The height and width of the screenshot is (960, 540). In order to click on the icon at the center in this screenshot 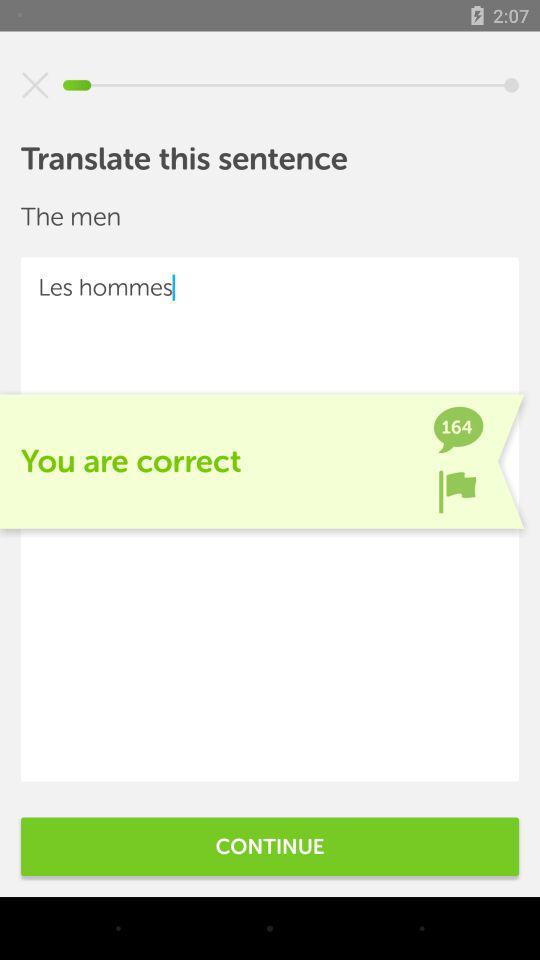, I will do `click(270, 518)`.